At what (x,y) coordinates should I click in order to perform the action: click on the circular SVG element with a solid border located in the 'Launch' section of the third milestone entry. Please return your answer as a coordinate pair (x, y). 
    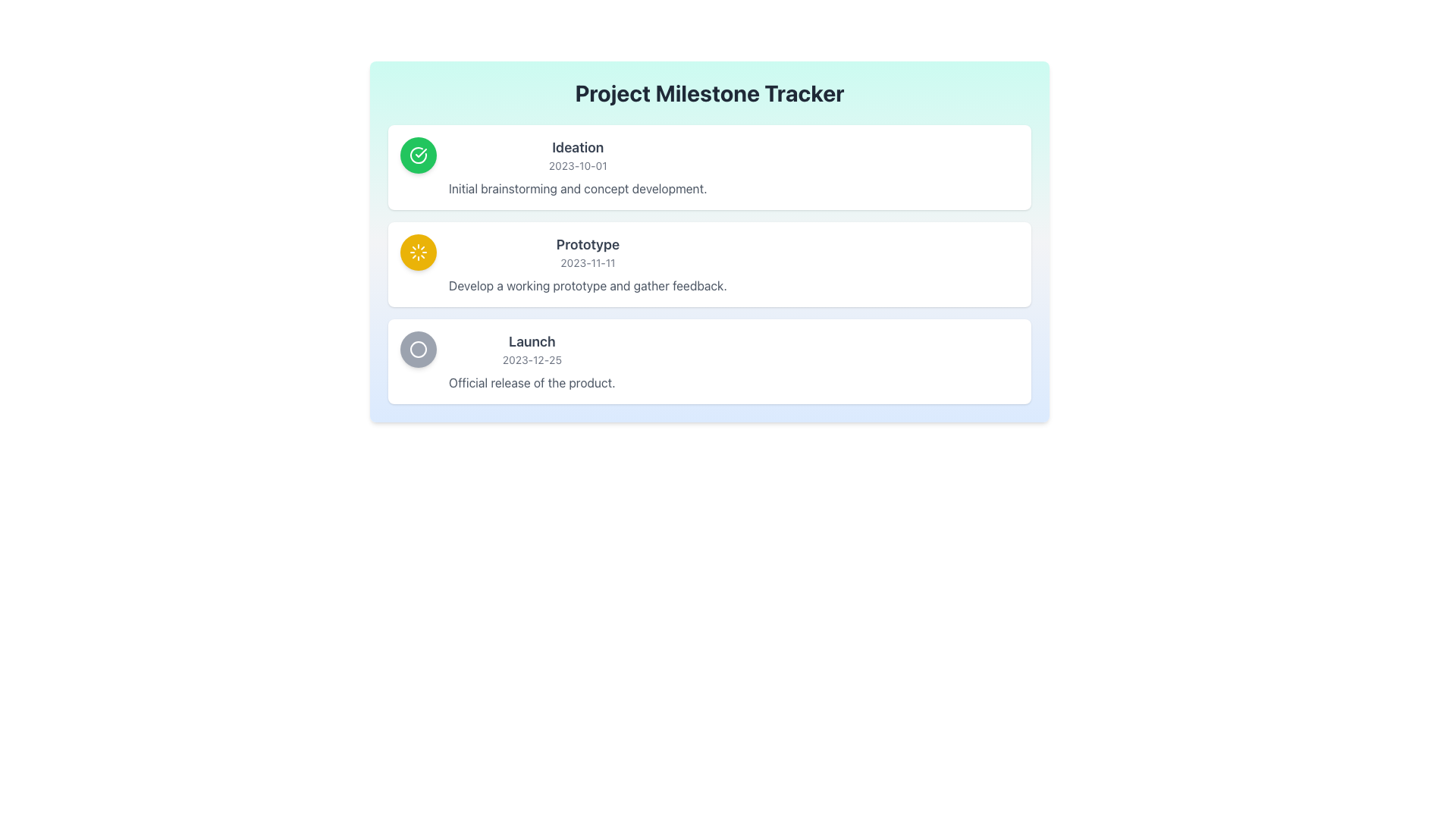
    Looking at the image, I should click on (419, 350).